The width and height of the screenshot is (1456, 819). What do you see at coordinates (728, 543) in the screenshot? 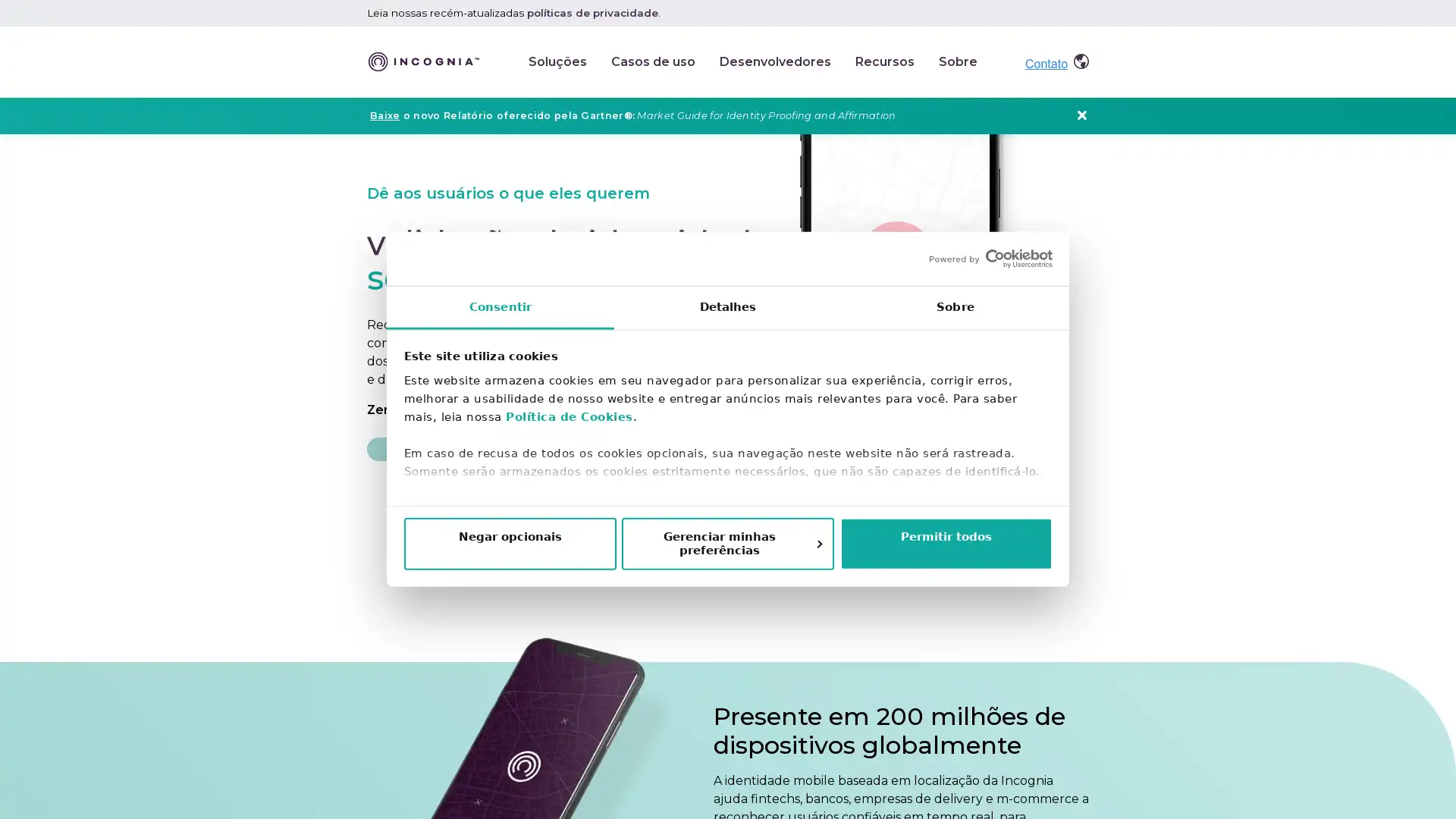
I see `Gerenciar minhas preferencias` at bounding box center [728, 543].